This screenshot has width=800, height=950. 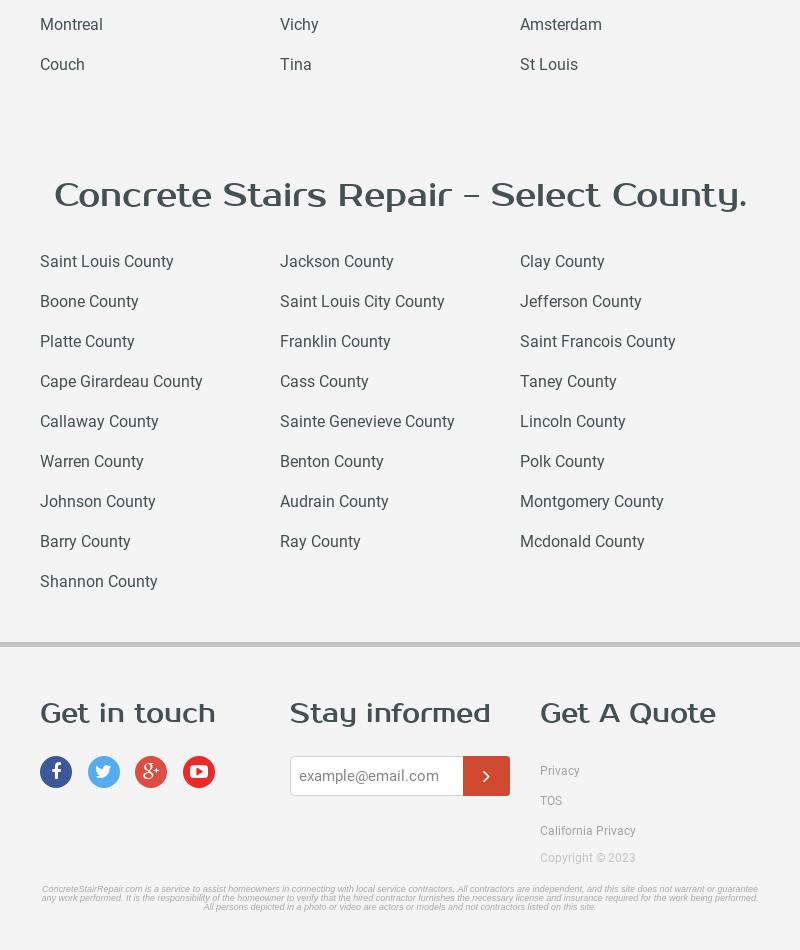 I want to click on 'Cape Girardeau County', so click(x=120, y=380).